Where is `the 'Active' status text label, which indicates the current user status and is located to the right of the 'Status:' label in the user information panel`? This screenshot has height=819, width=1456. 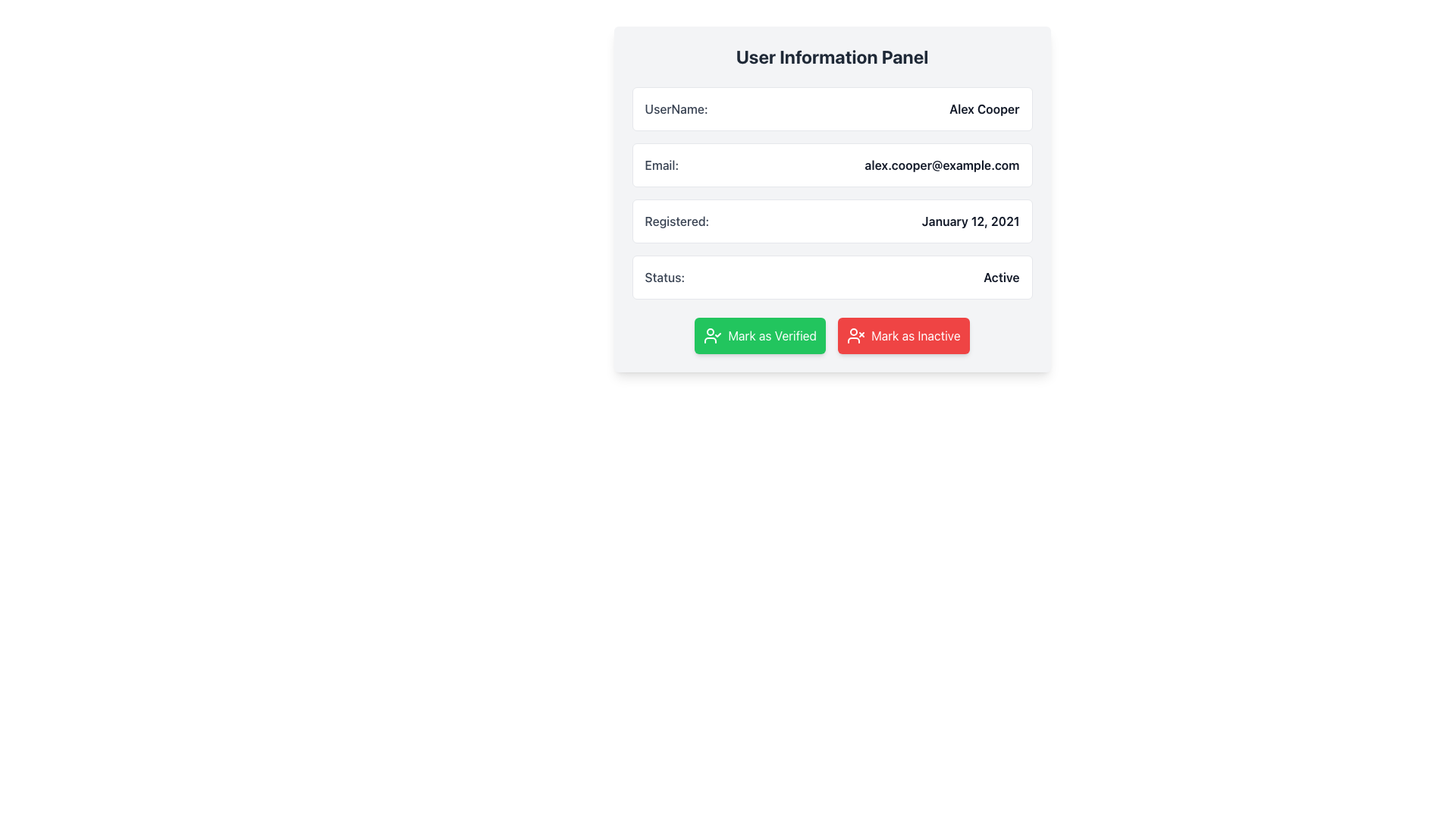 the 'Active' status text label, which indicates the current user status and is located to the right of the 'Status:' label in the user information panel is located at coordinates (1001, 278).